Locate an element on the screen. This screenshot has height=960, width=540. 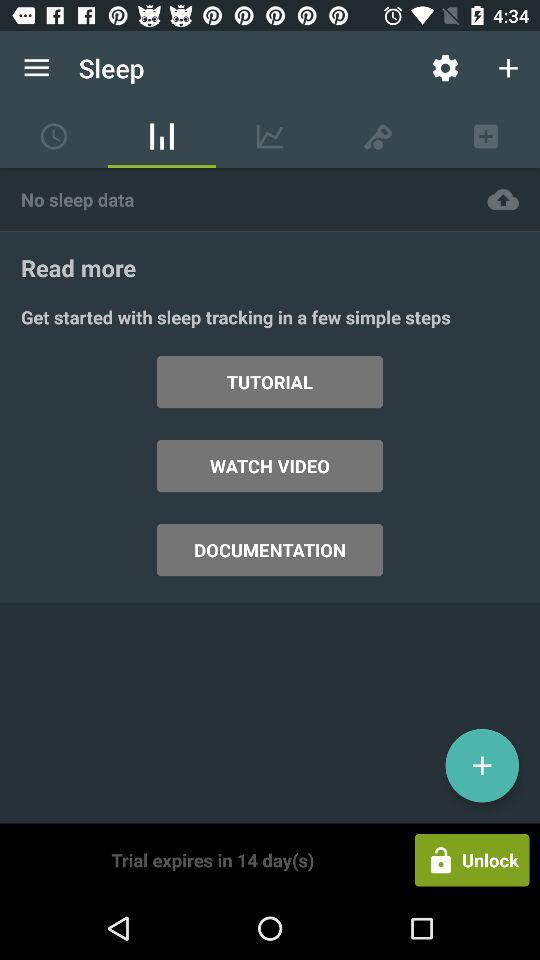
icon above read more item is located at coordinates (502, 199).